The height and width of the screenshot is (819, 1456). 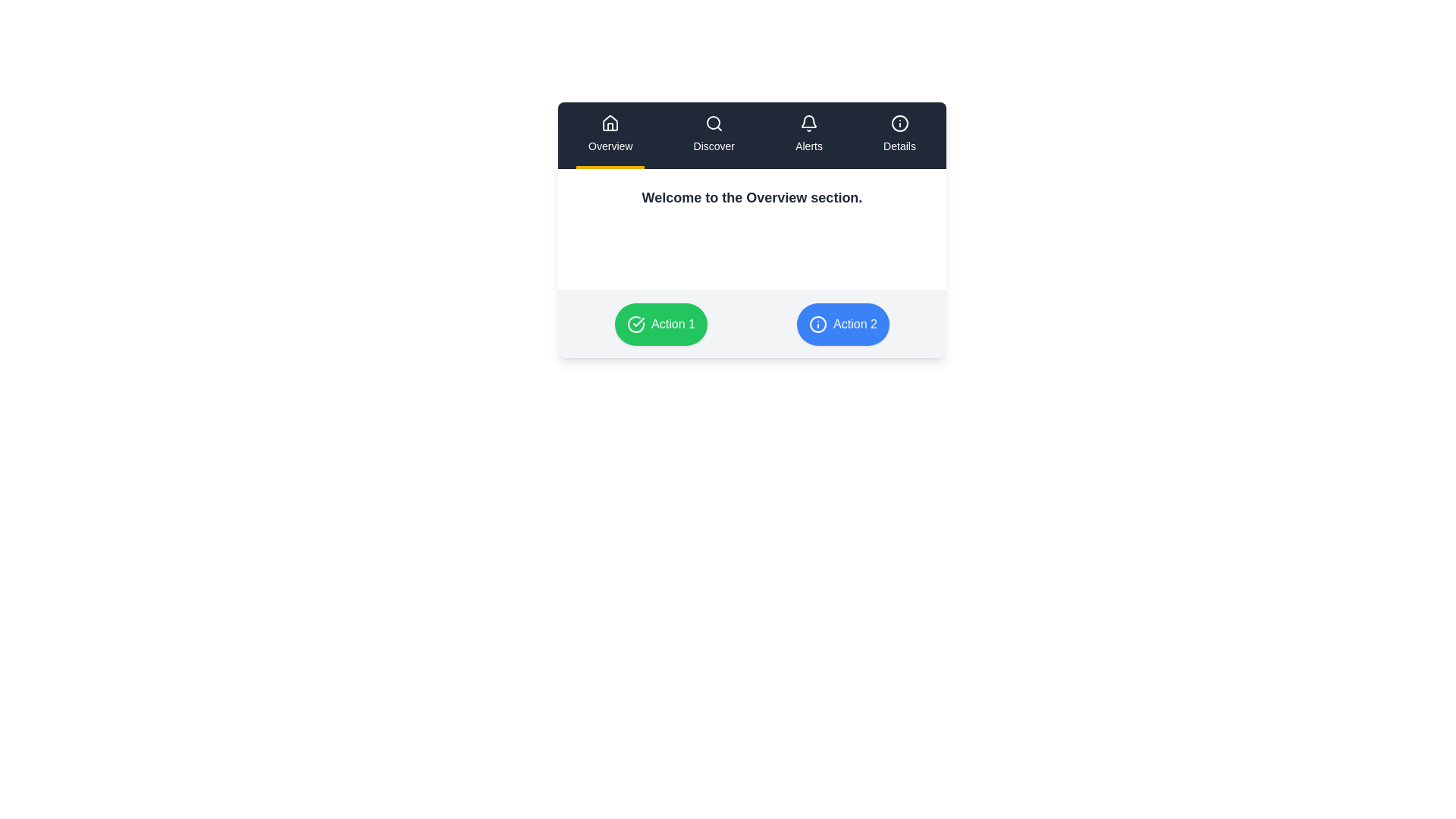 What do you see at coordinates (899, 146) in the screenshot?
I see `the 'Details' text label located on the dark background below the info icon in the navigational bar` at bounding box center [899, 146].